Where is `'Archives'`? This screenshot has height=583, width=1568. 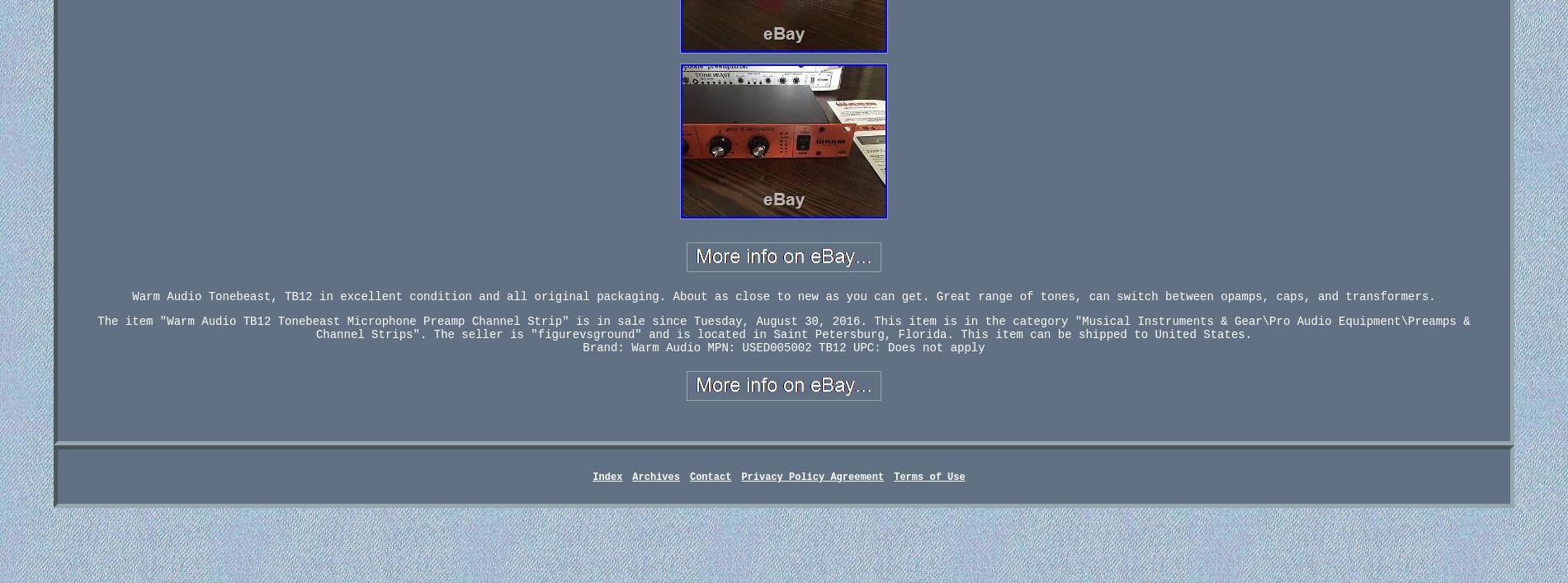
'Archives' is located at coordinates (654, 477).